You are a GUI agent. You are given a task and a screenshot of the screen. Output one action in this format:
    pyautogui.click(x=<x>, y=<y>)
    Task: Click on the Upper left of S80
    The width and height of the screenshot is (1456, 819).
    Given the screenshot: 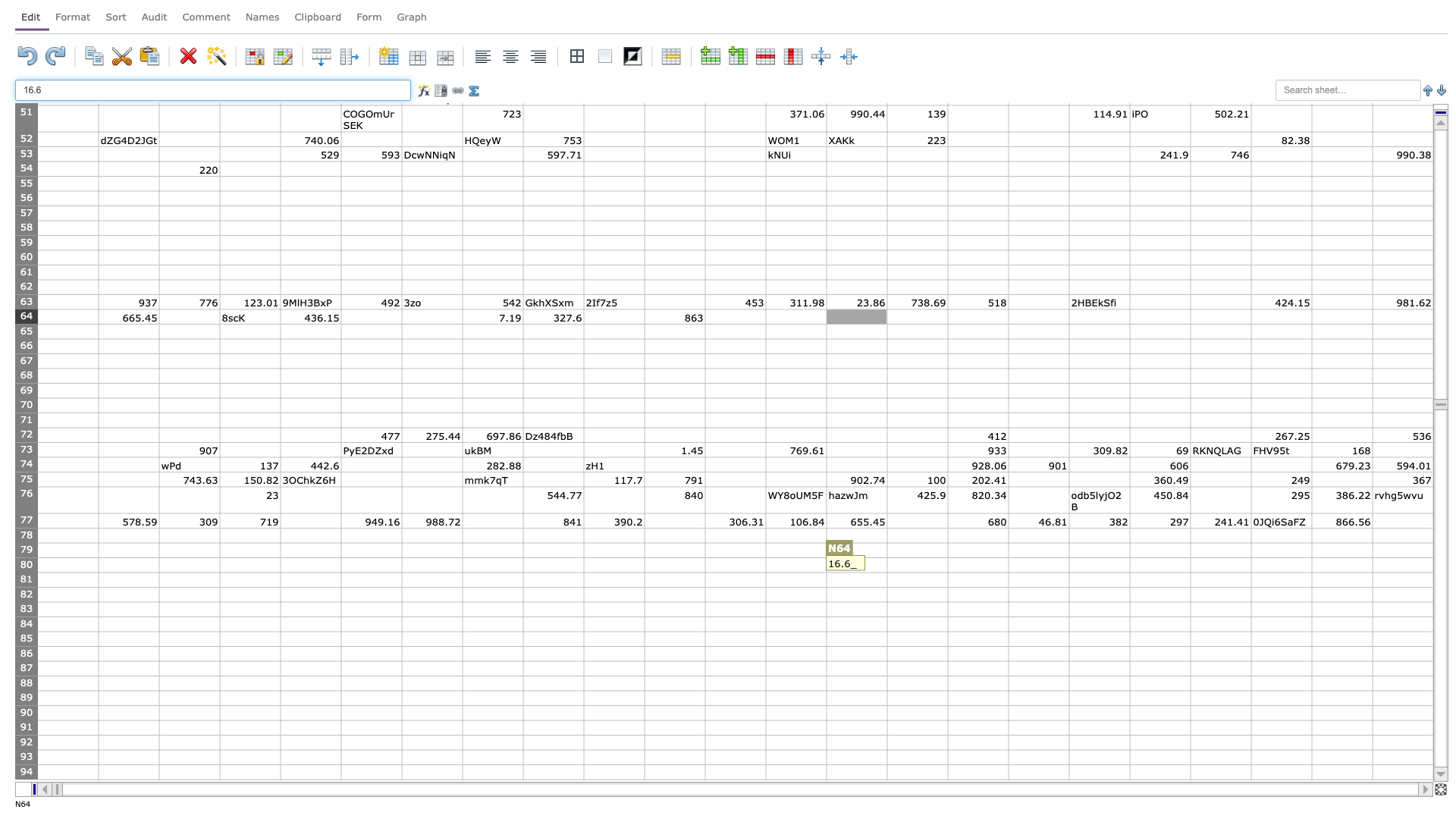 What is the action you would take?
    pyautogui.click(x=1129, y=557)
    